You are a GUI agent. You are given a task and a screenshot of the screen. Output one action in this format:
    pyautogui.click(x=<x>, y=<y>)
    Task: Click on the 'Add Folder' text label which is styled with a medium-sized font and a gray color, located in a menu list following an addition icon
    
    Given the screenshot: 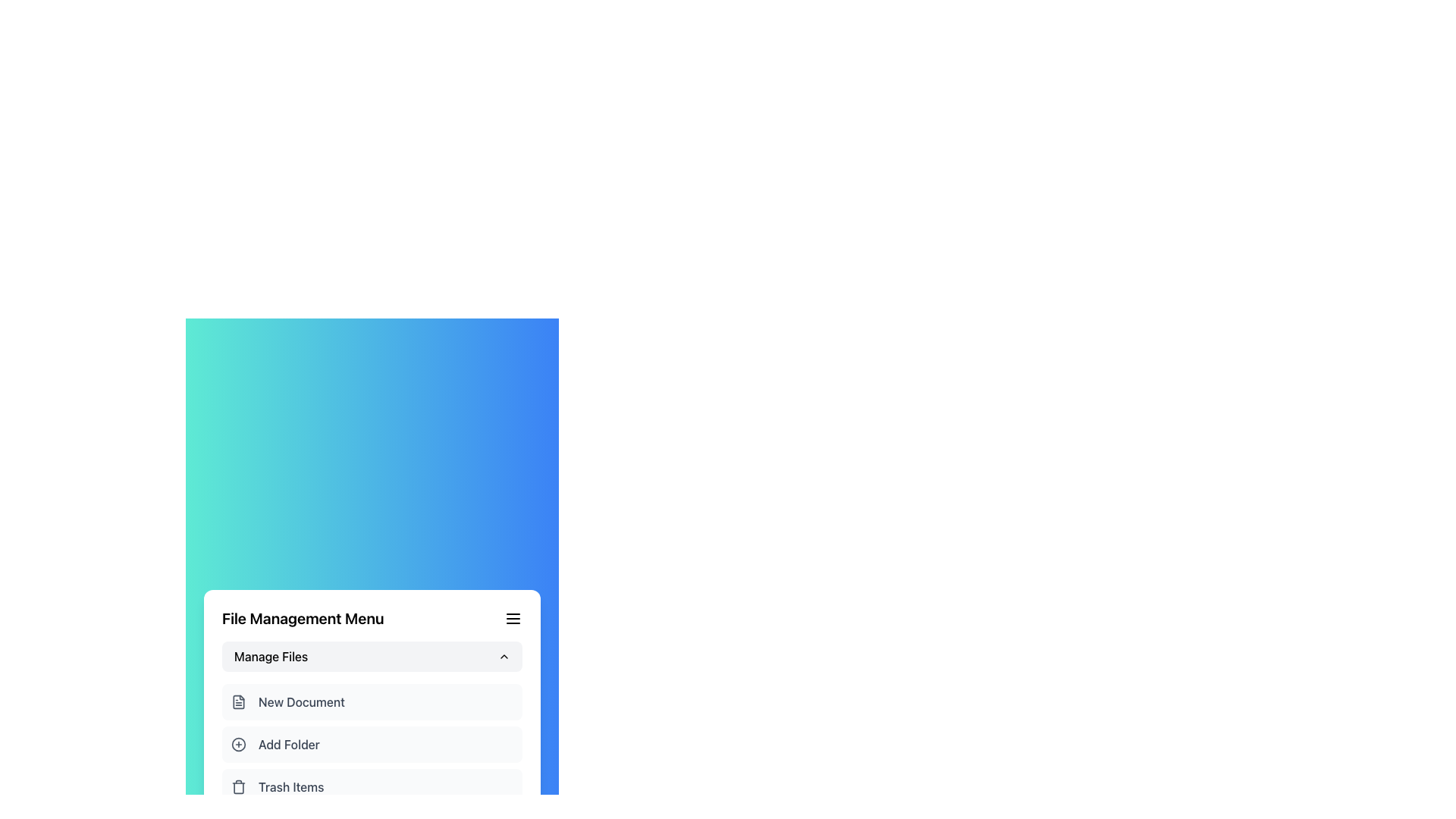 What is the action you would take?
    pyautogui.click(x=289, y=744)
    